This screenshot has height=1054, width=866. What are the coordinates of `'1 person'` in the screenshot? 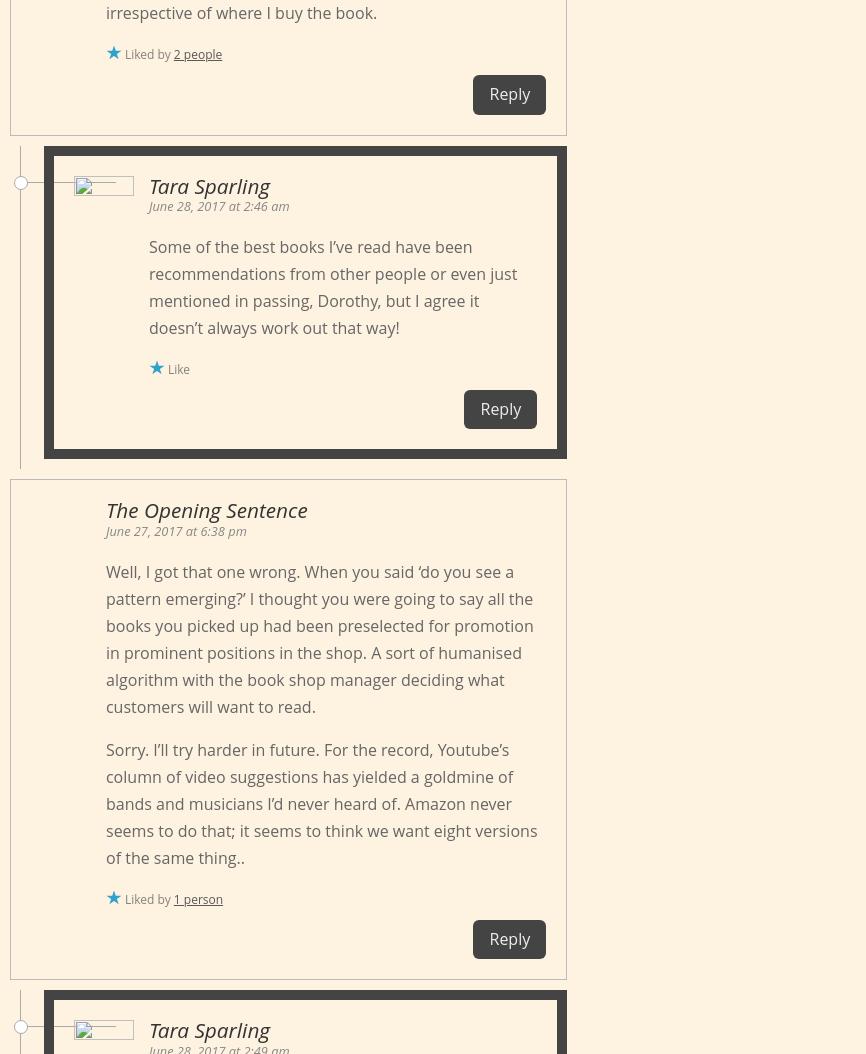 It's located at (197, 897).